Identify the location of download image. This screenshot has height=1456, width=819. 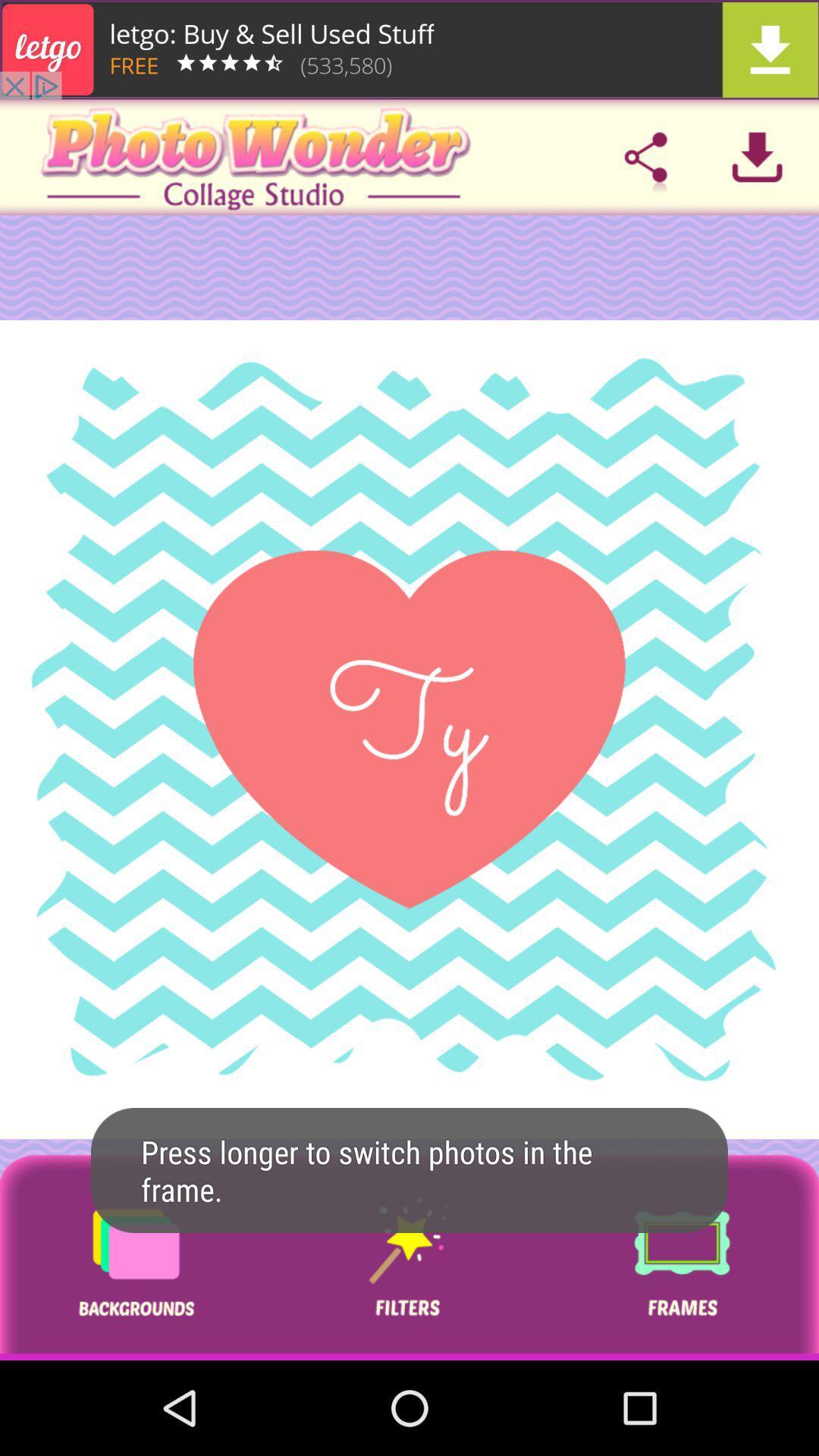
(757, 157).